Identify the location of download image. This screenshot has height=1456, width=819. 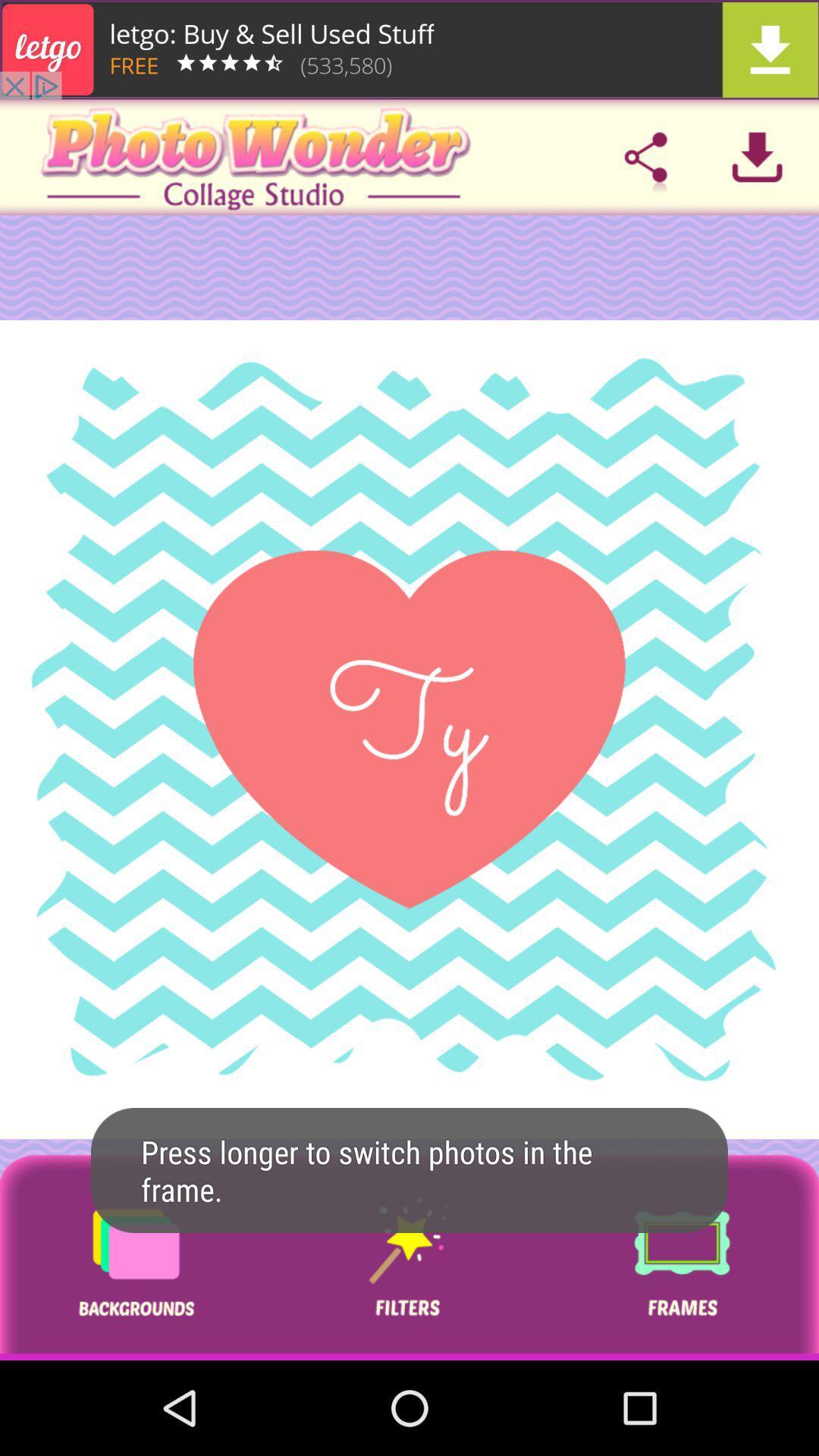
(757, 157).